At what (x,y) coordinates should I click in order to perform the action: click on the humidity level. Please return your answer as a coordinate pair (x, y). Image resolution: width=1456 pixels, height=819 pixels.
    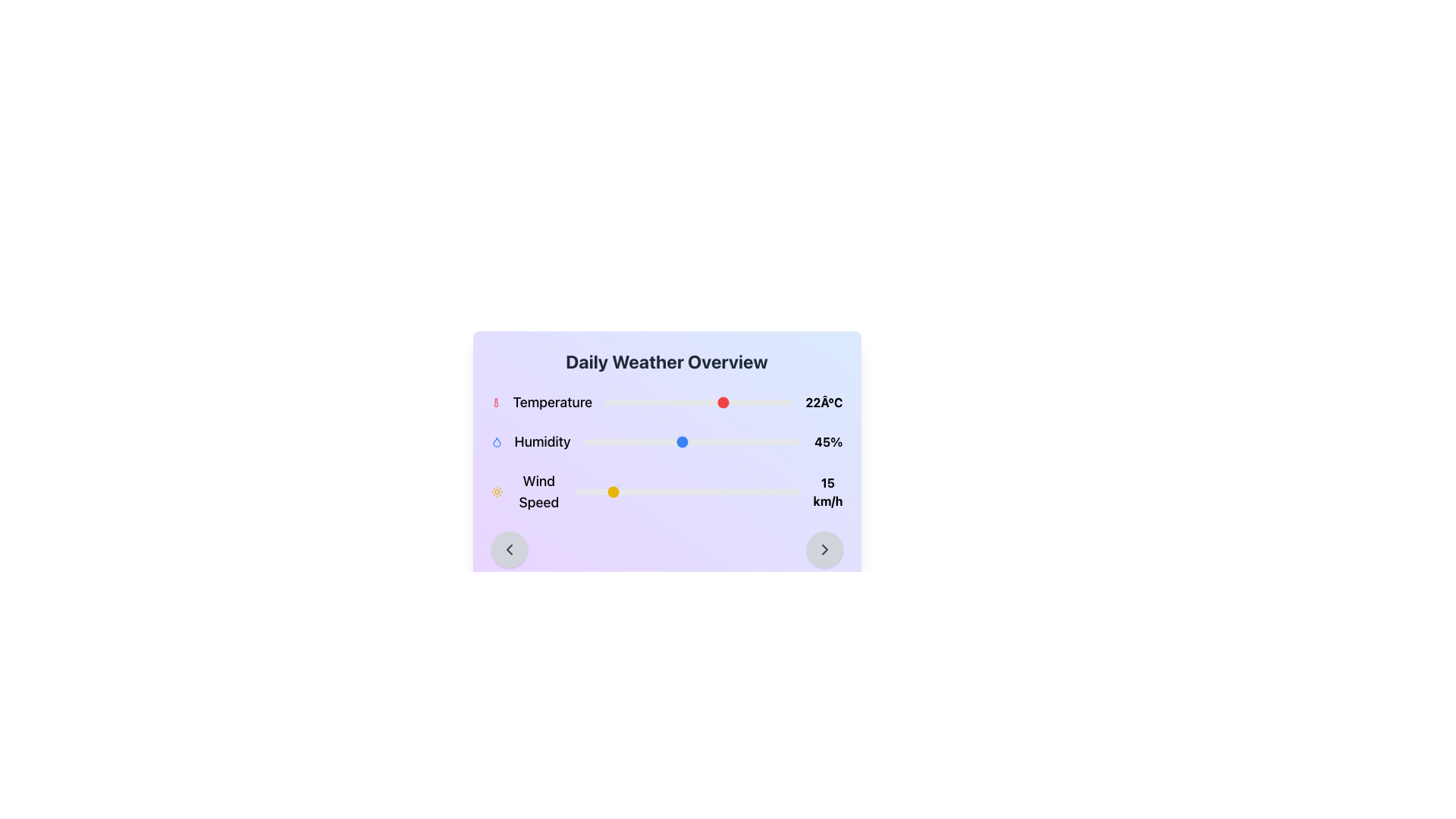
    Looking at the image, I should click on (633, 441).